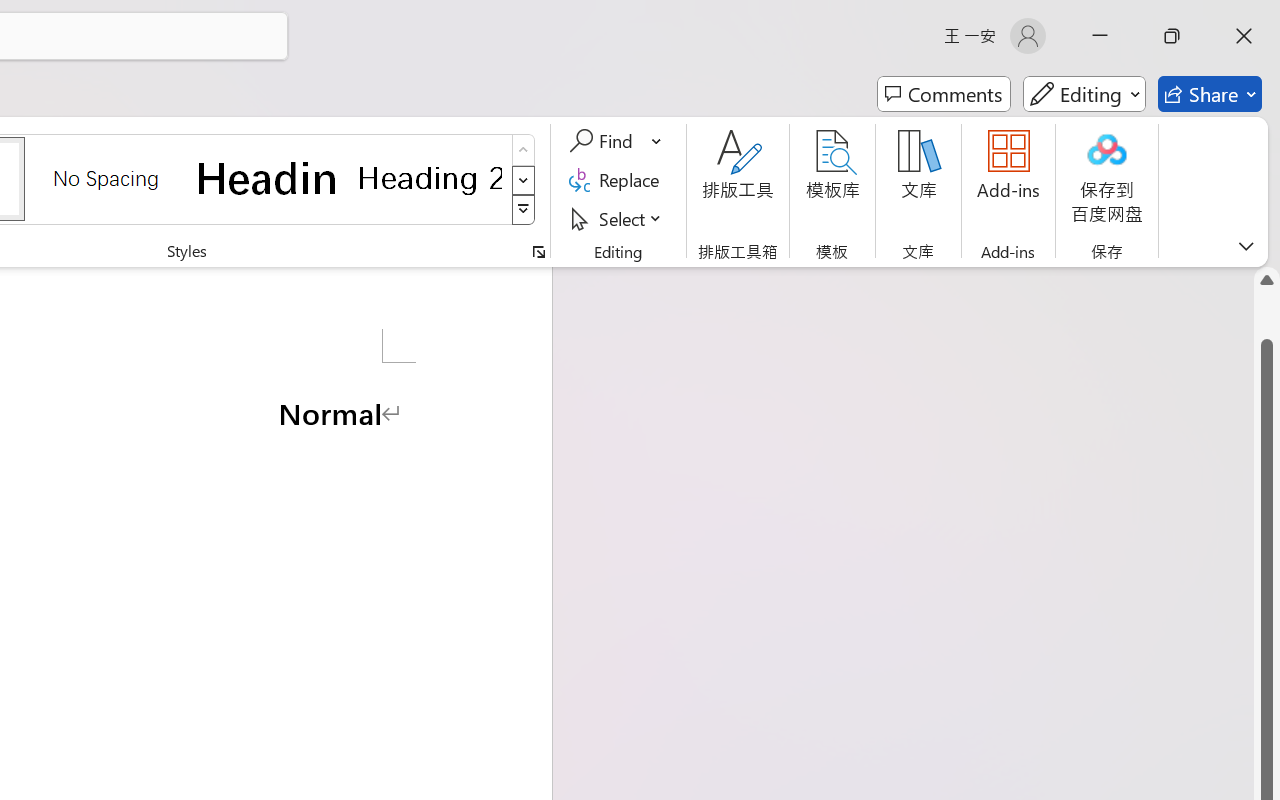 Image resolution: width=1280 pixels, height=800 pixels. Describe the element at coordinates (1266, 280) in the screenshot. I see `'Line up'` at that location.